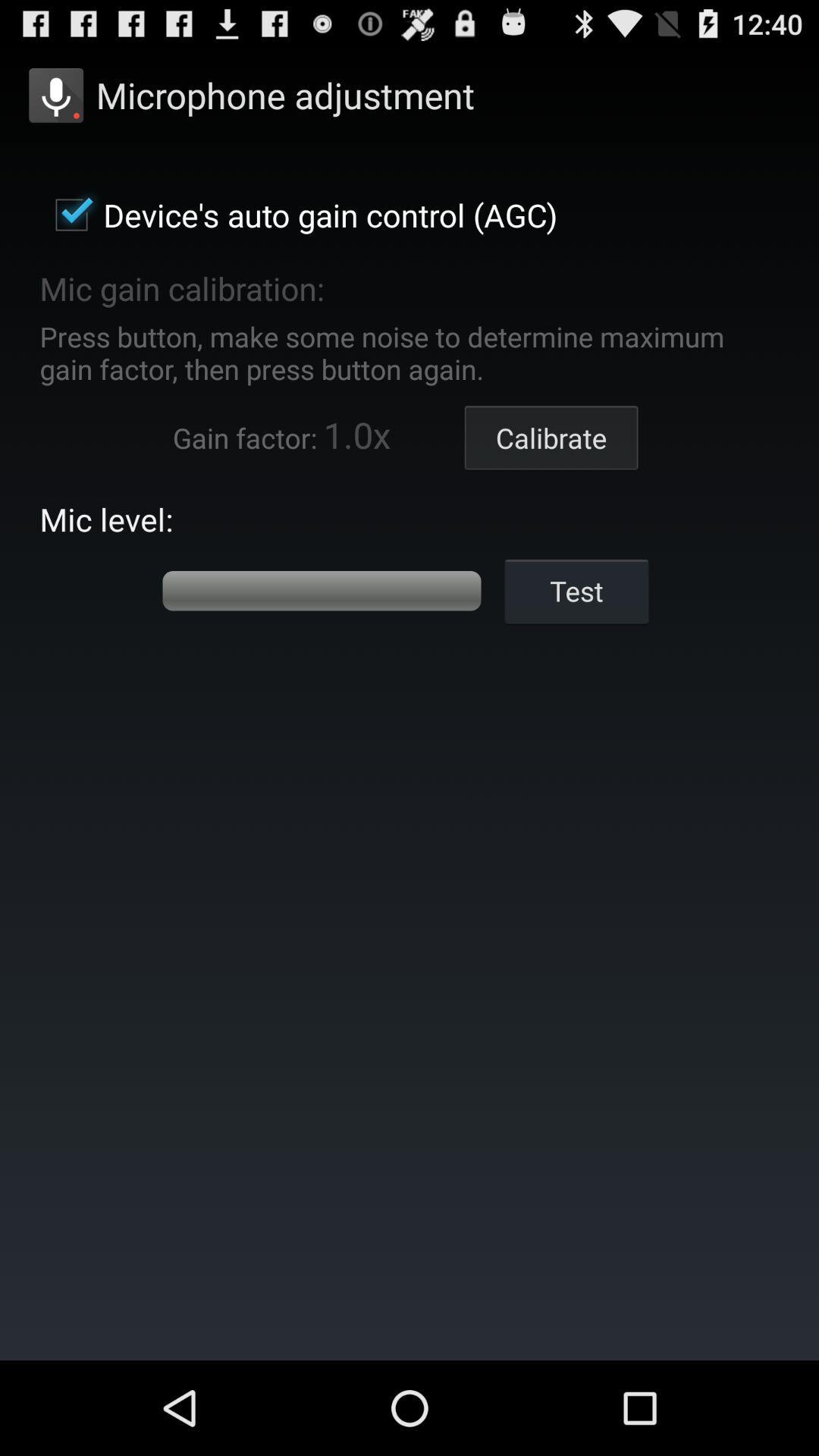 This screenshot has height=1456, width=819. Describe the element at coordinates (576, 590) in the screenshot. I see `the item below the calibrate item` at that location.